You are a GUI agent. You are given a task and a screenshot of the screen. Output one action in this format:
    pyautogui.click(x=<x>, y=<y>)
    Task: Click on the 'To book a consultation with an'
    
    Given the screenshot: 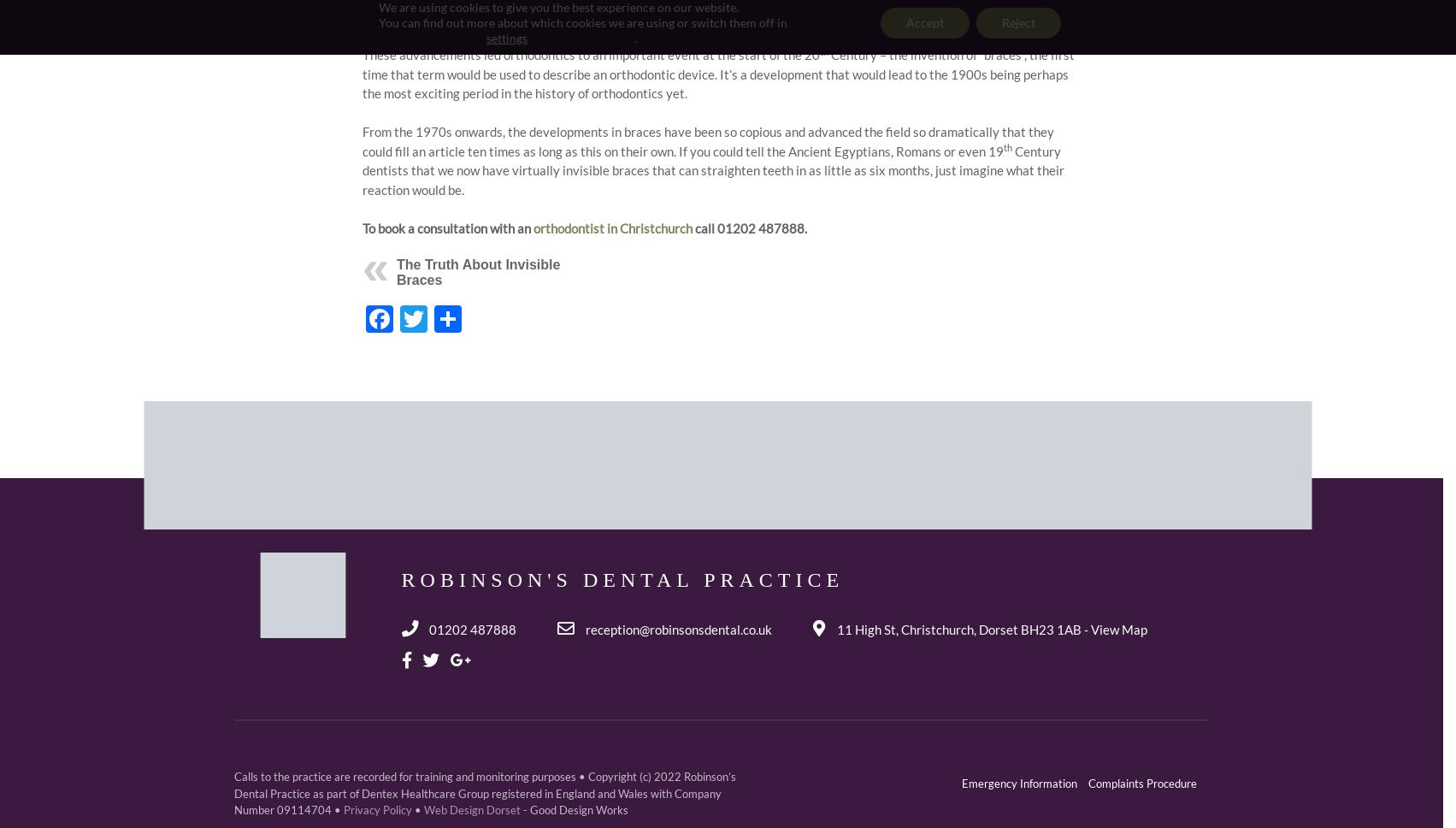 What is the action you would take?
    pyautogui.click(x=363, y=228)
    